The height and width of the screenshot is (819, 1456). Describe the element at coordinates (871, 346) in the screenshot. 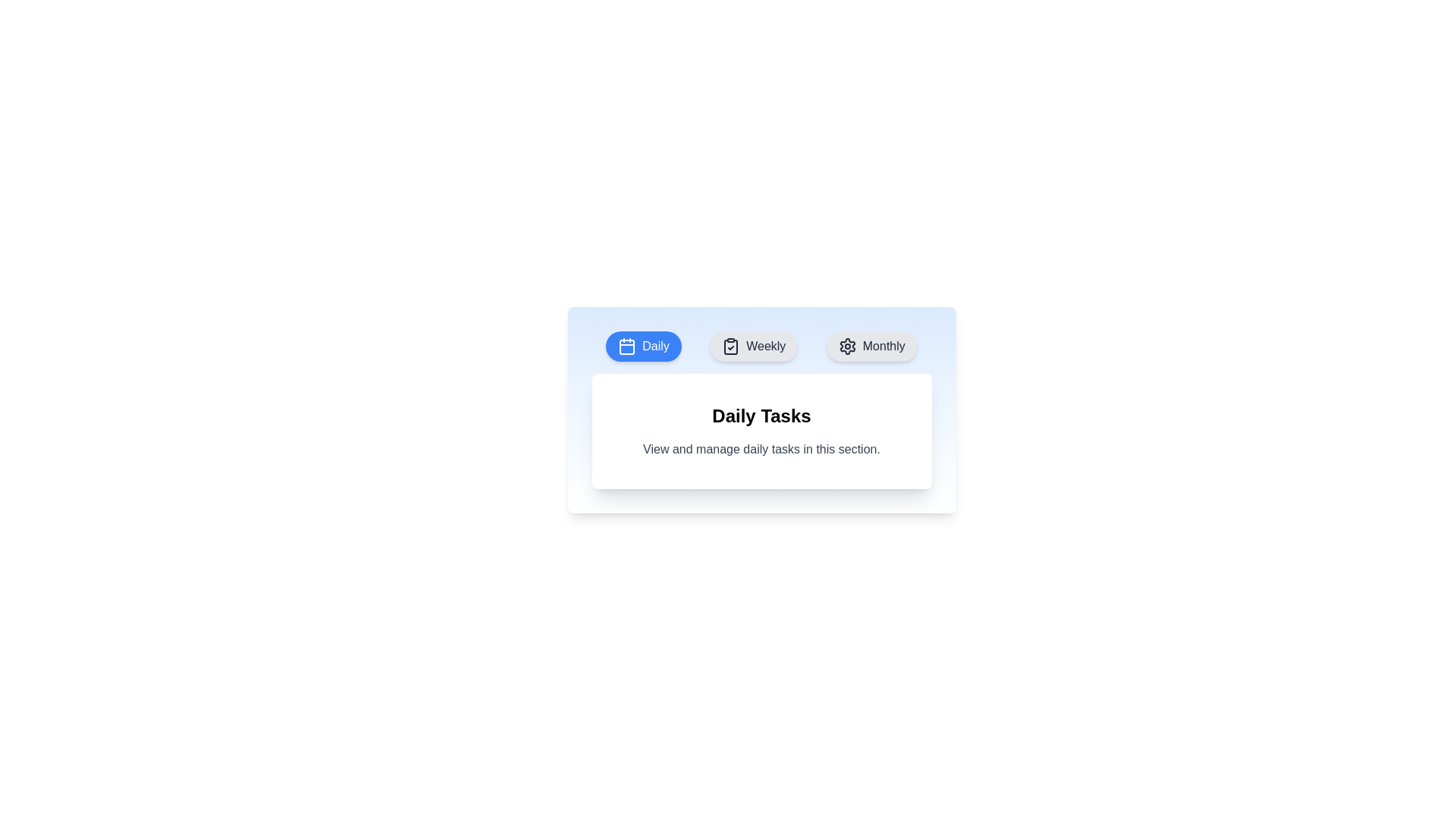

I see `the Monthly tab to observe its hover effect` at that location.